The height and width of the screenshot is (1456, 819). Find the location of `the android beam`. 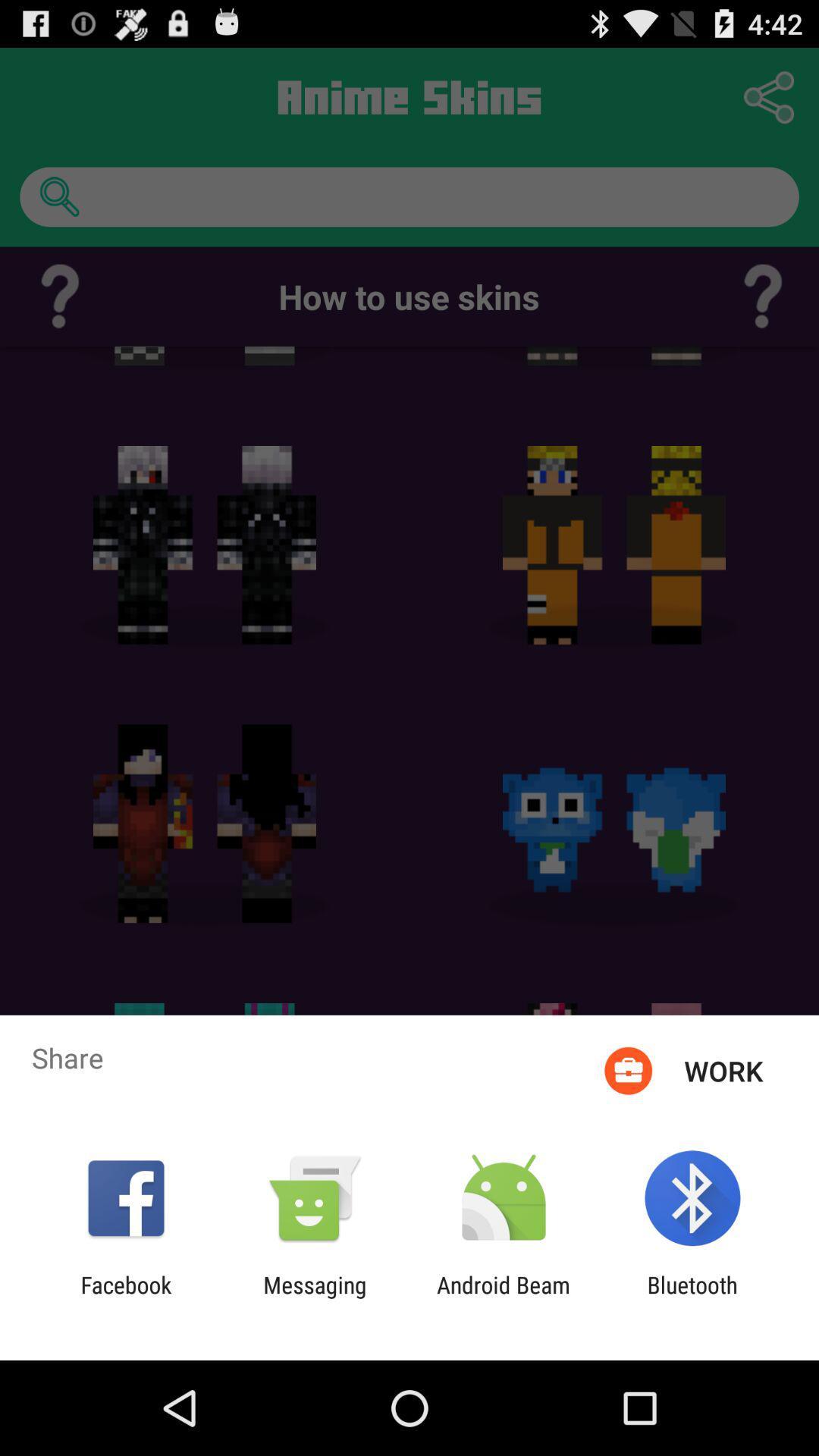

the android beam is located at coordinates (504, 1298).